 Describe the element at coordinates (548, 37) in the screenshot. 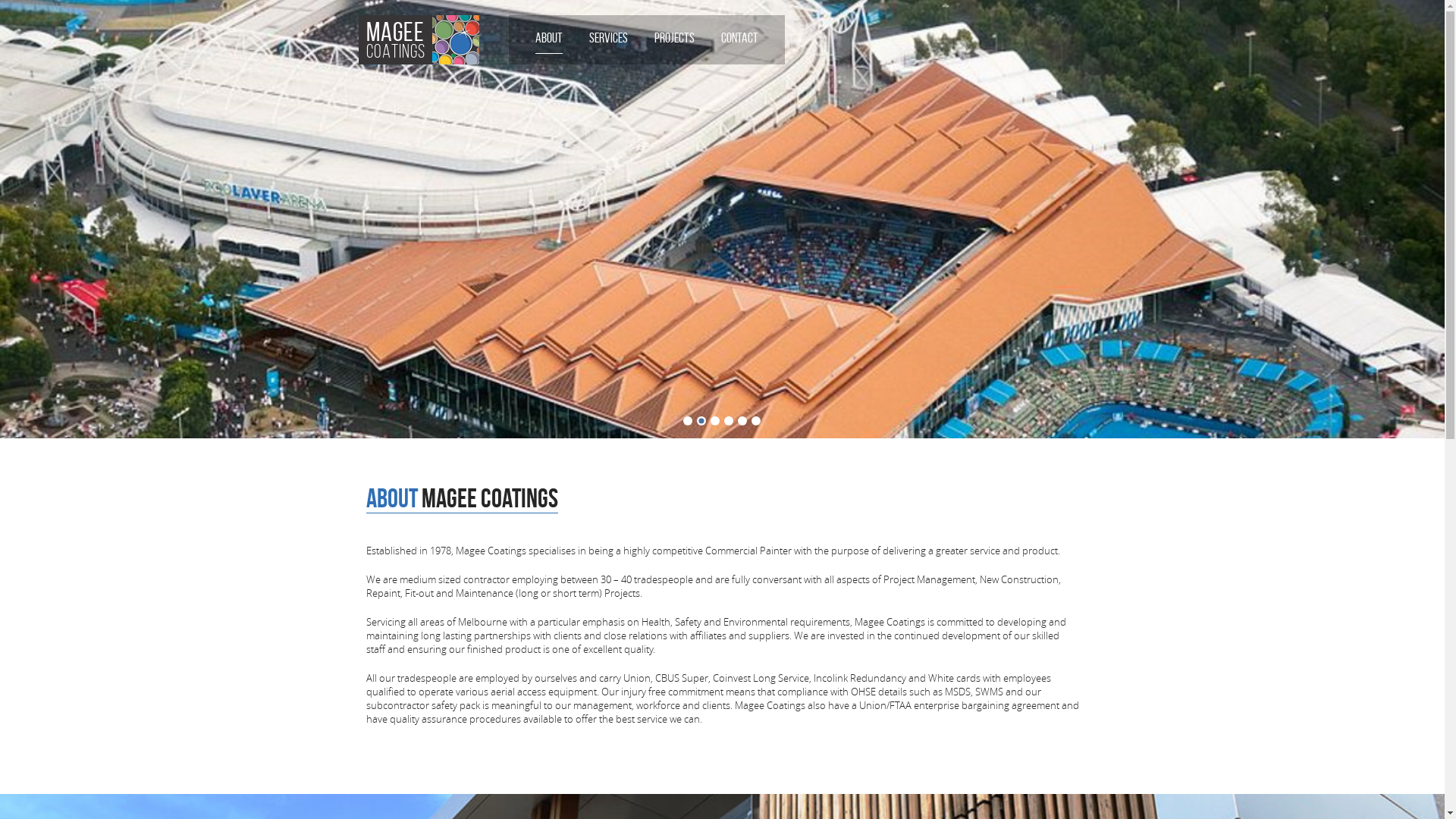

I see `'ABOUT'` at that location.